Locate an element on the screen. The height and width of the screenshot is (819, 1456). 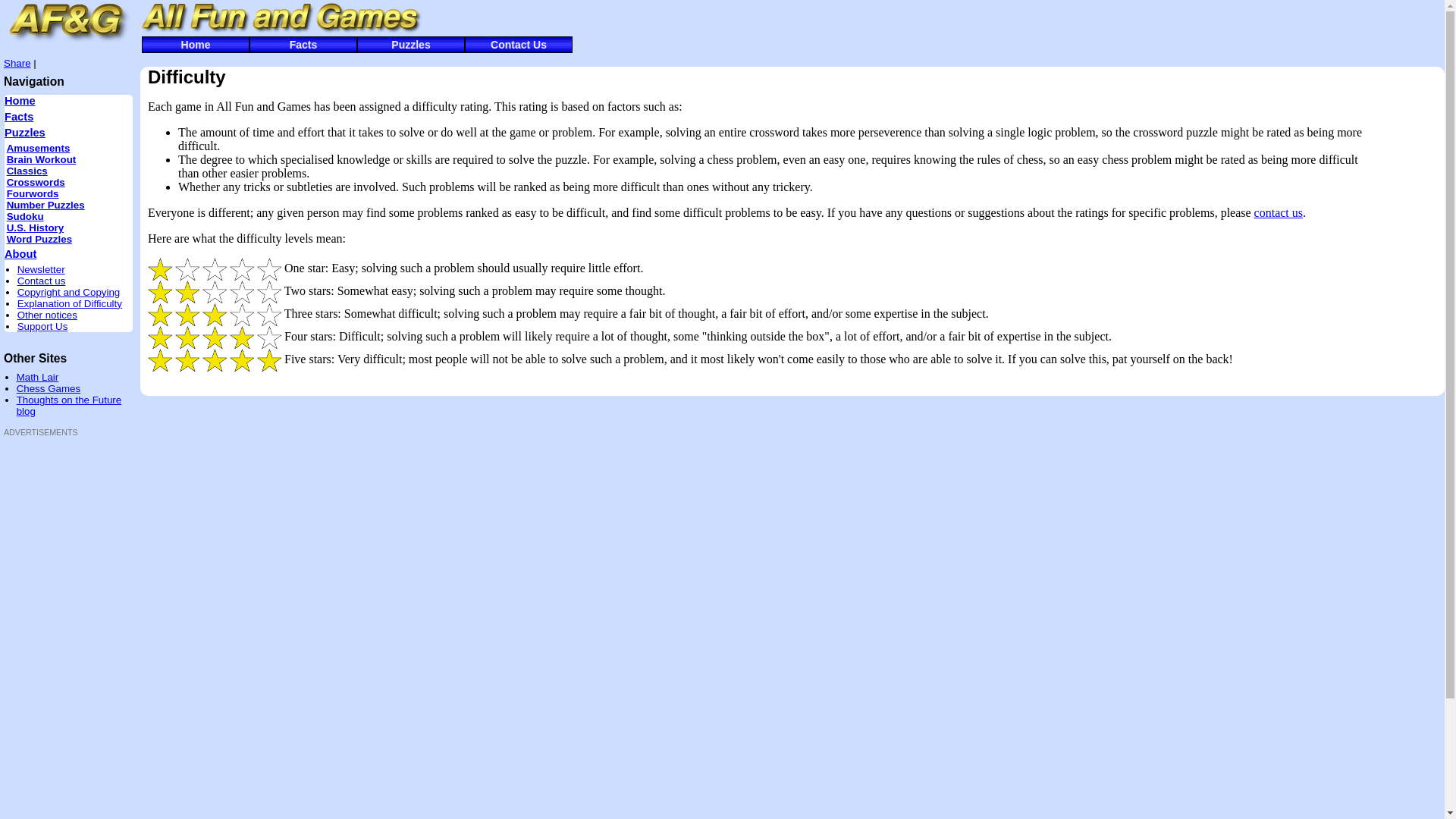
'Classics' is located at coordinates (27, 171).